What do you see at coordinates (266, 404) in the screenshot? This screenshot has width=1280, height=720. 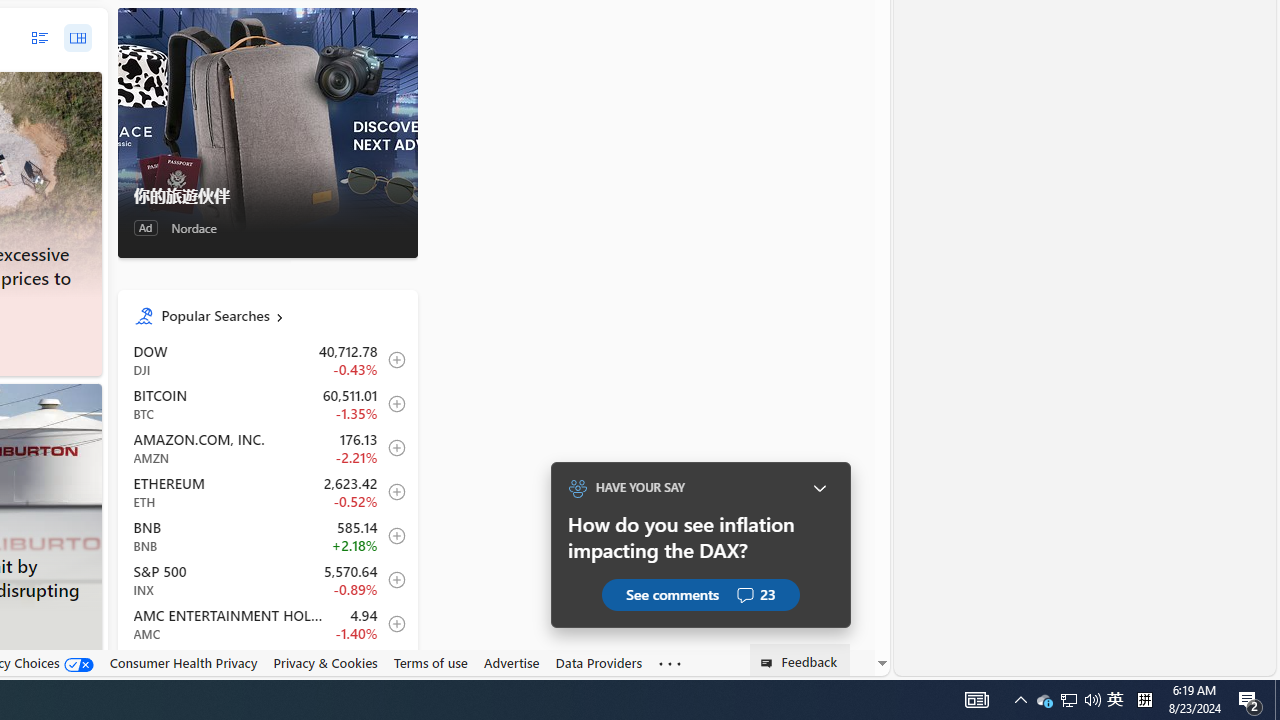 I see `'BTC Bitcoin decrease 60,511.01 -814.48 -1.35% itemundefined'` at bounding box center [266, 404].